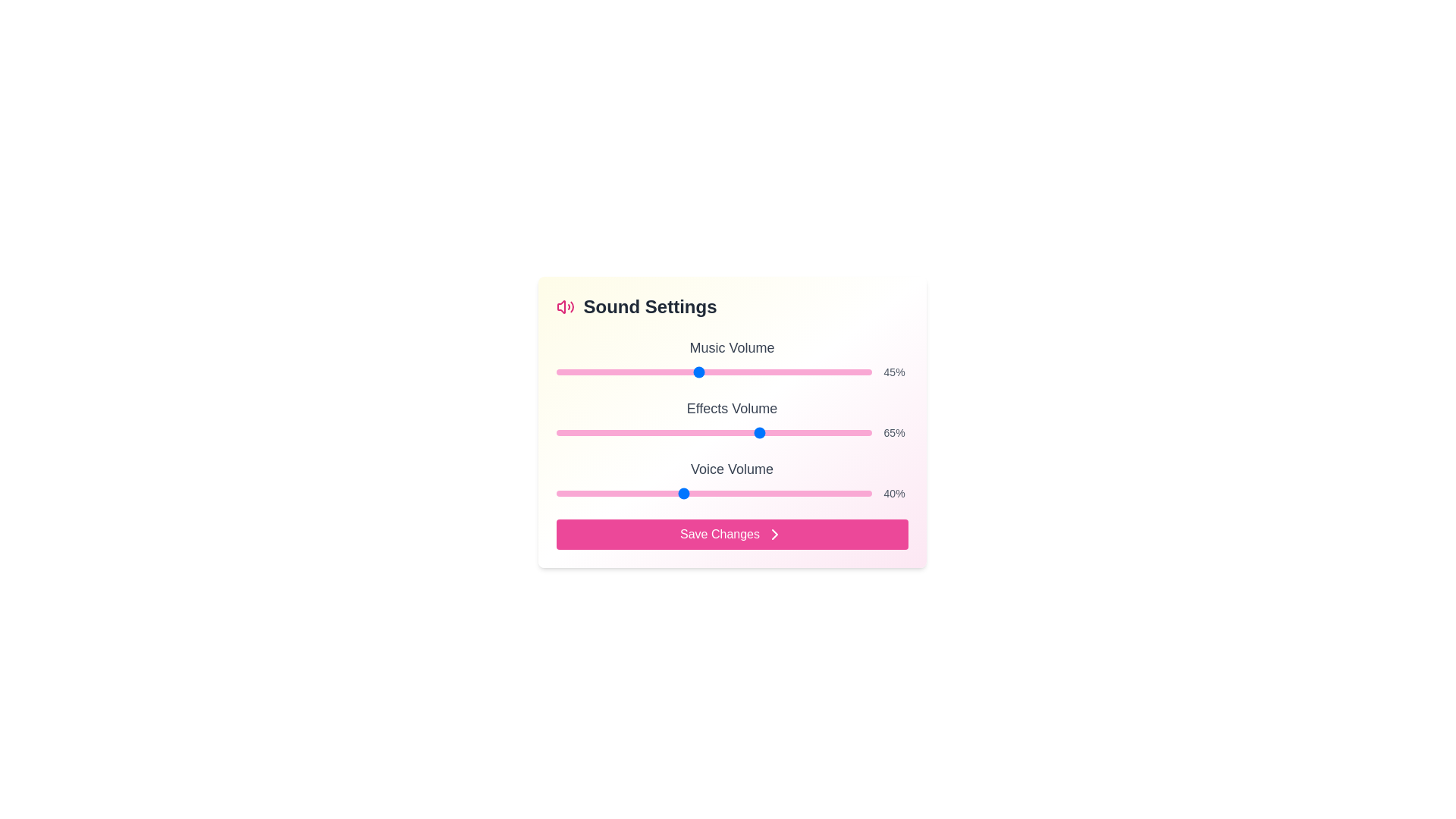  Describe the element at coordinates (564, 307) in the screenshot. I see `the Sound Settings icon to highlight it` at that location.